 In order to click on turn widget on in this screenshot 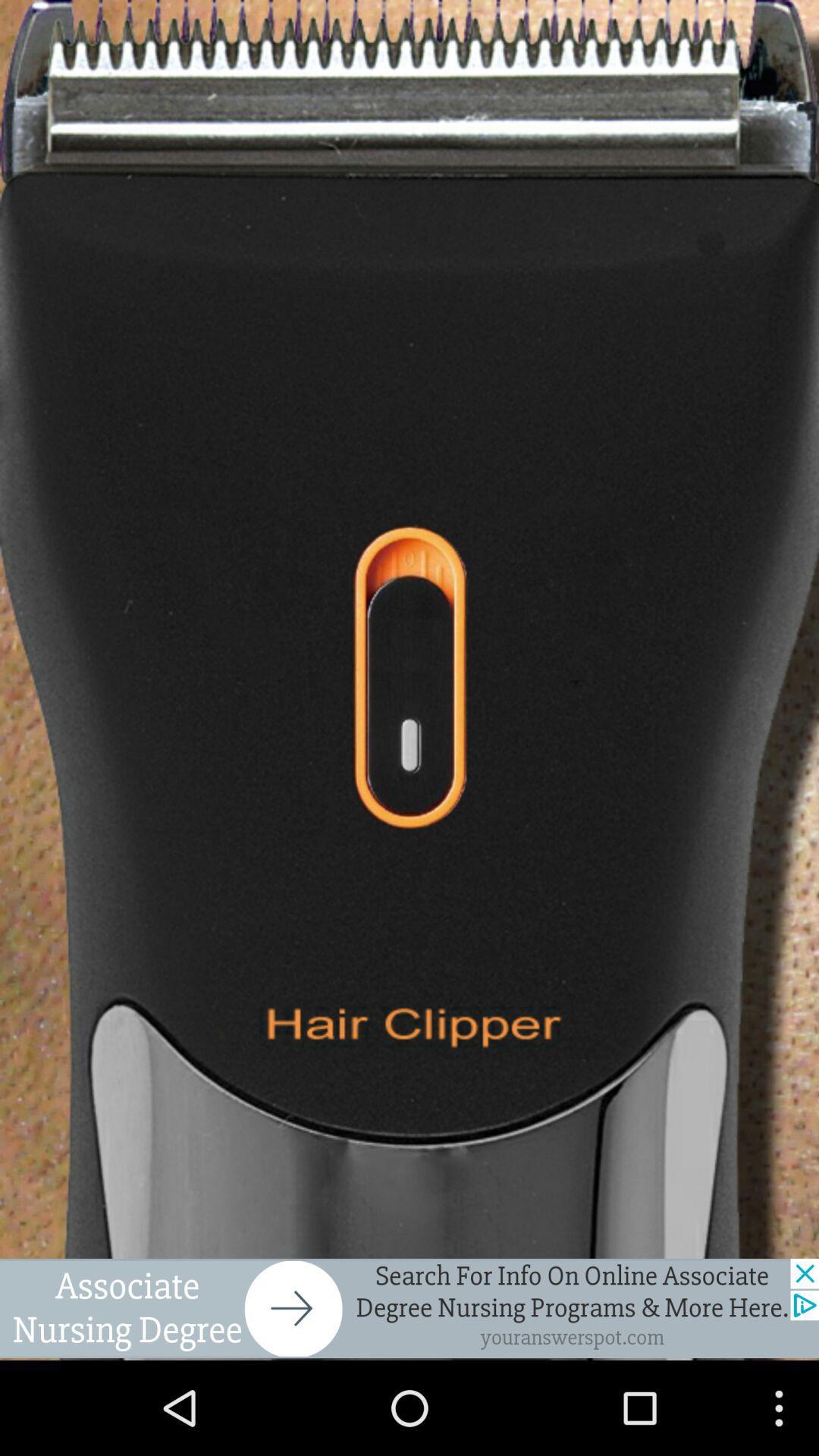, I will do `click(409, 679)`.